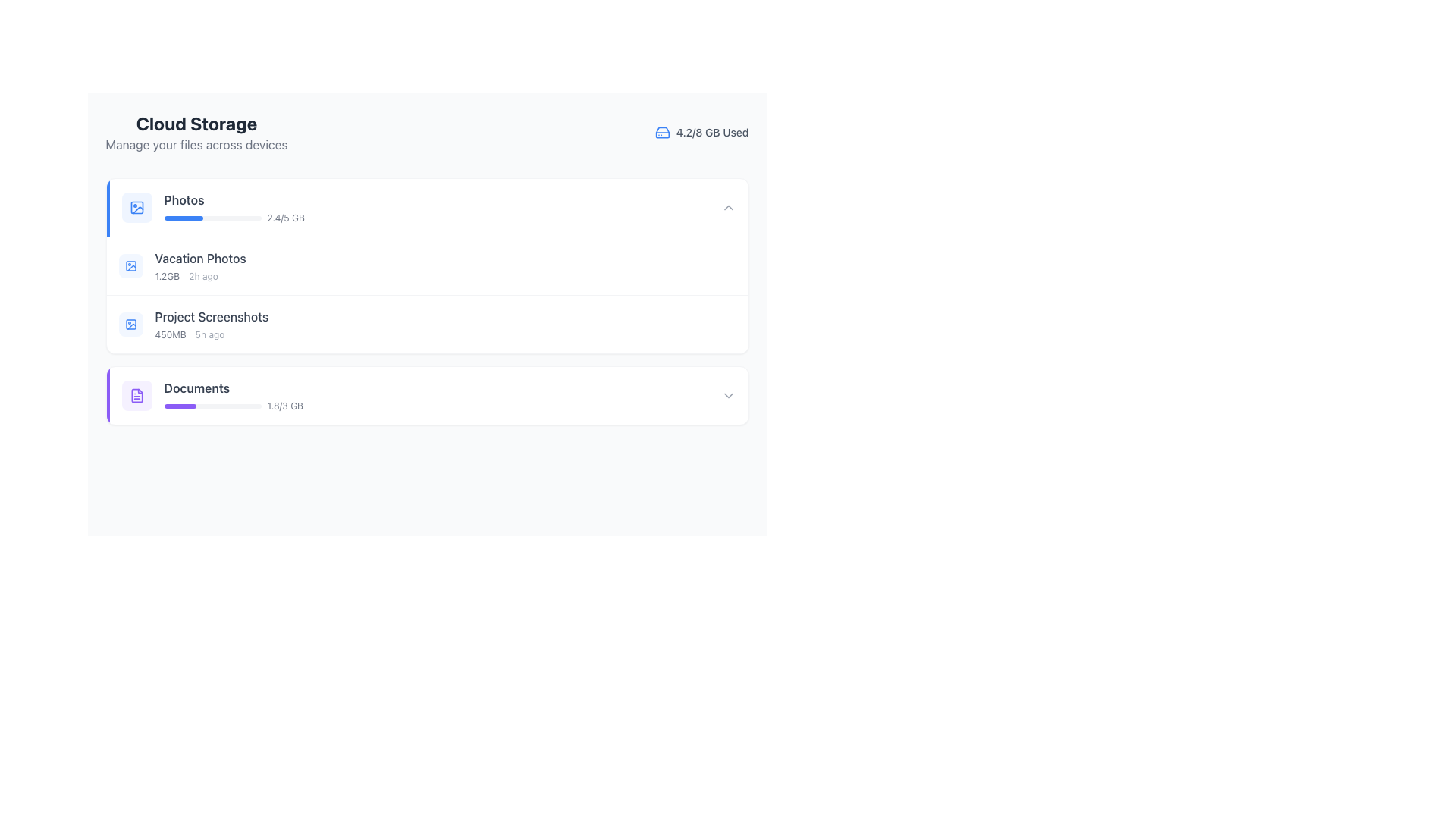 Image resolution: width=1456 pixels, height=819 pixels. What do you see at coordinates (136, 394) in the screenshot?
I see `the document icon located in the 'Documents' section, characterized by its purple color and modern design with rounded edges` at bounding box center [136, 394].